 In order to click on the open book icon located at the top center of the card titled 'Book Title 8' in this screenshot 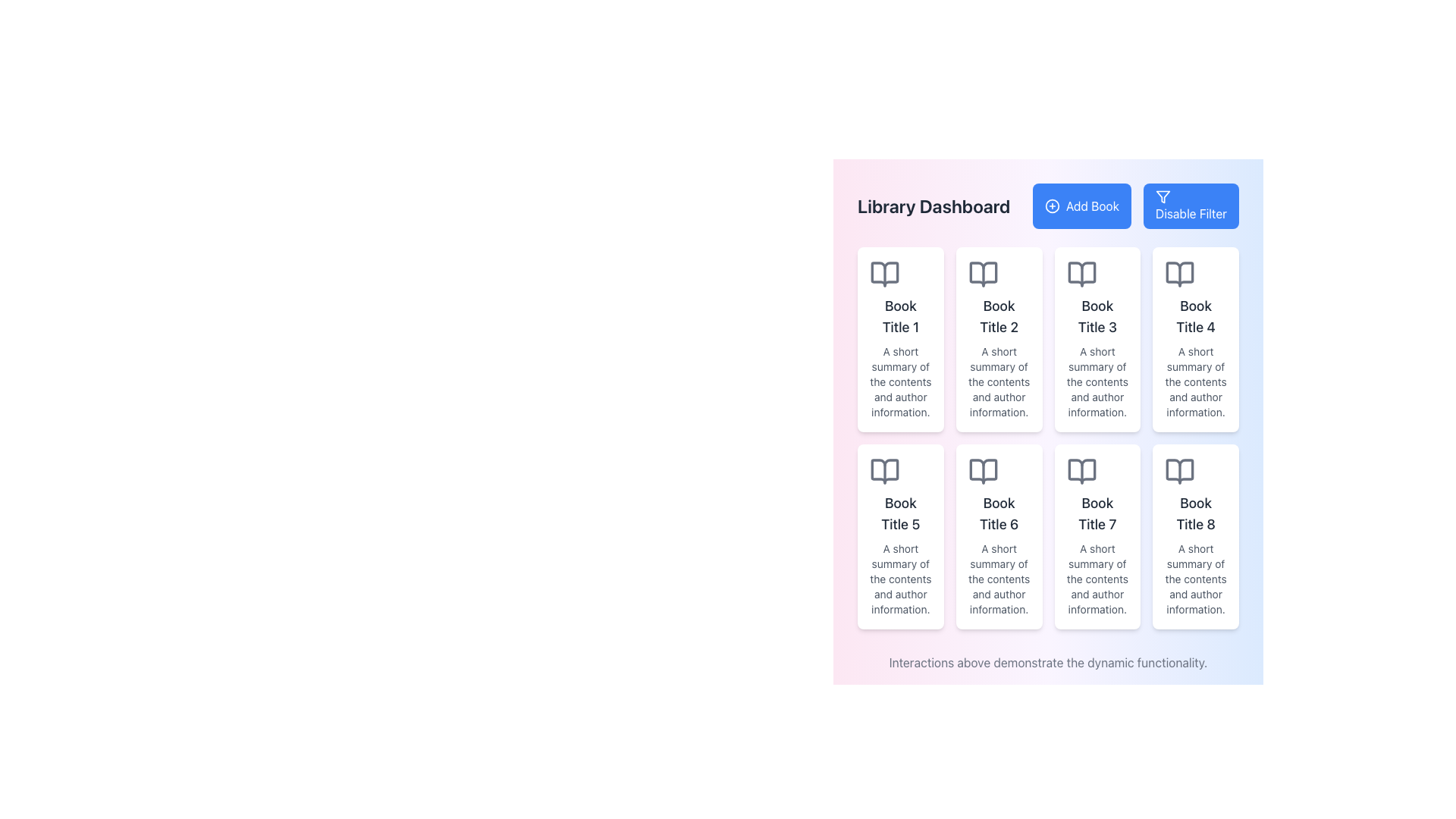, I will do `click(1179, 470)`.